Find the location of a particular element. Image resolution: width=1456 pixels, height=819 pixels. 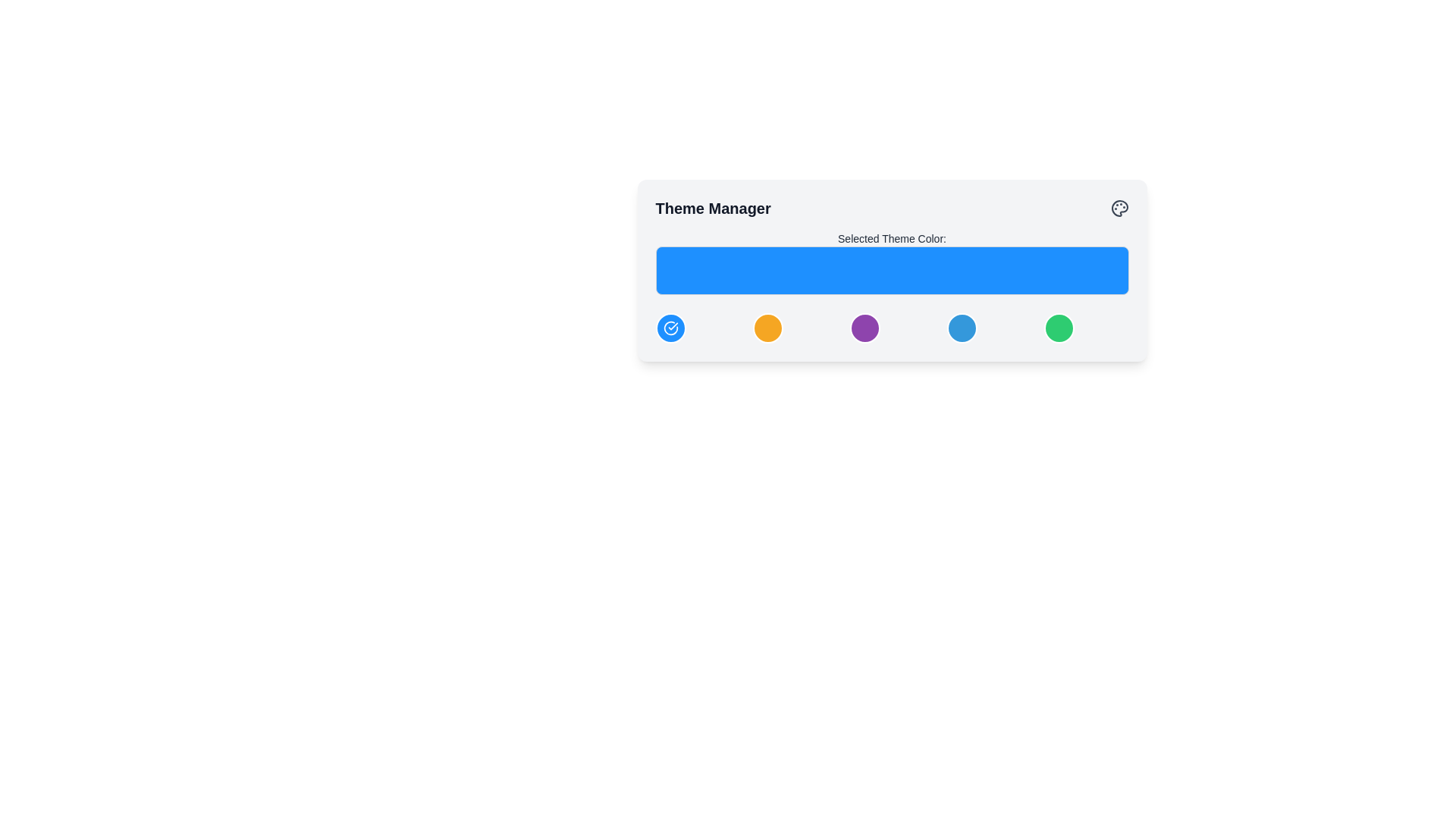

the first circular button with a blue background and a white border, which contains a white checkmark icon is located at coordinates (670, 327).